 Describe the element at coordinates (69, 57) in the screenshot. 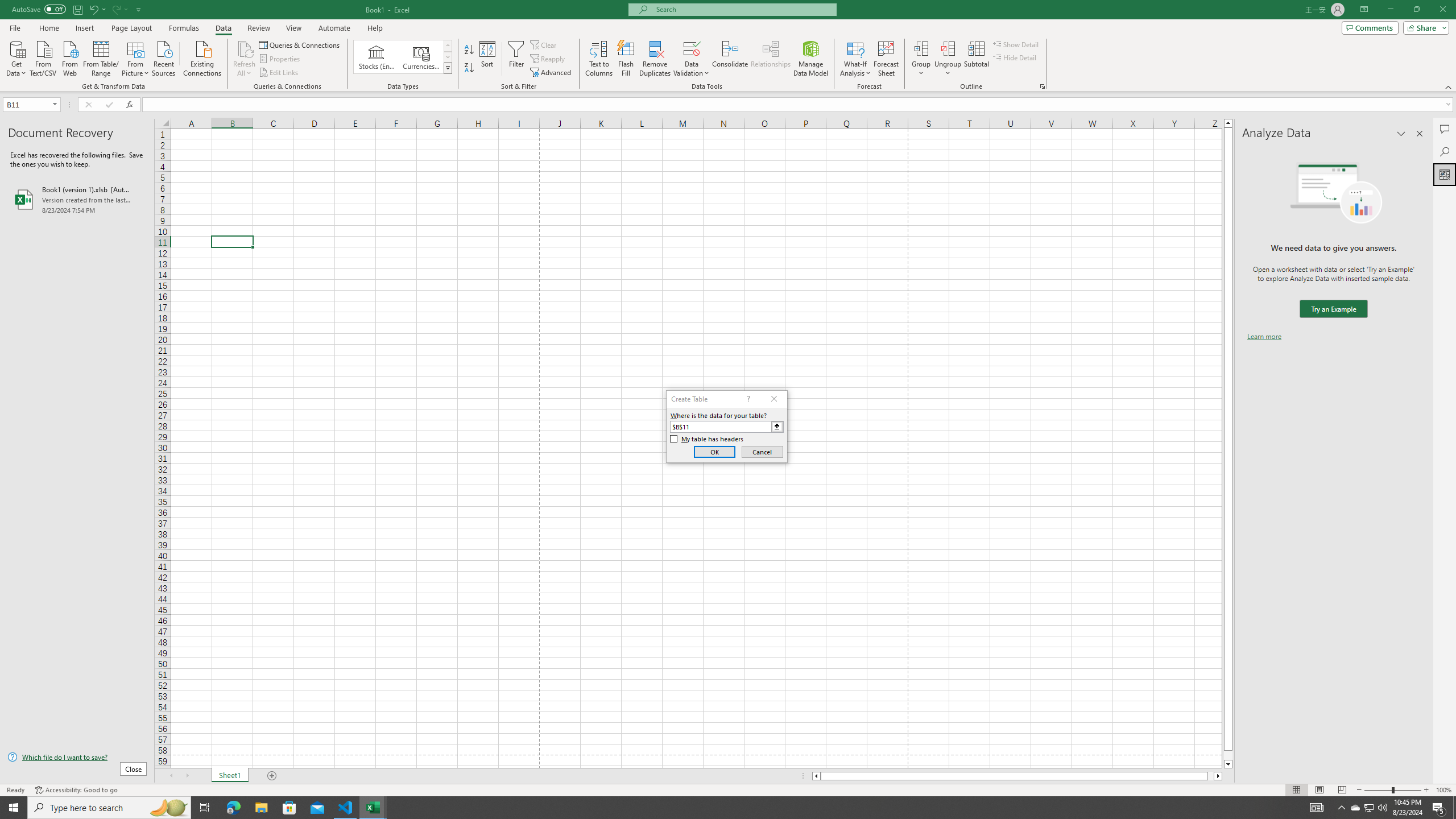

I see `'From Web'` at that location.